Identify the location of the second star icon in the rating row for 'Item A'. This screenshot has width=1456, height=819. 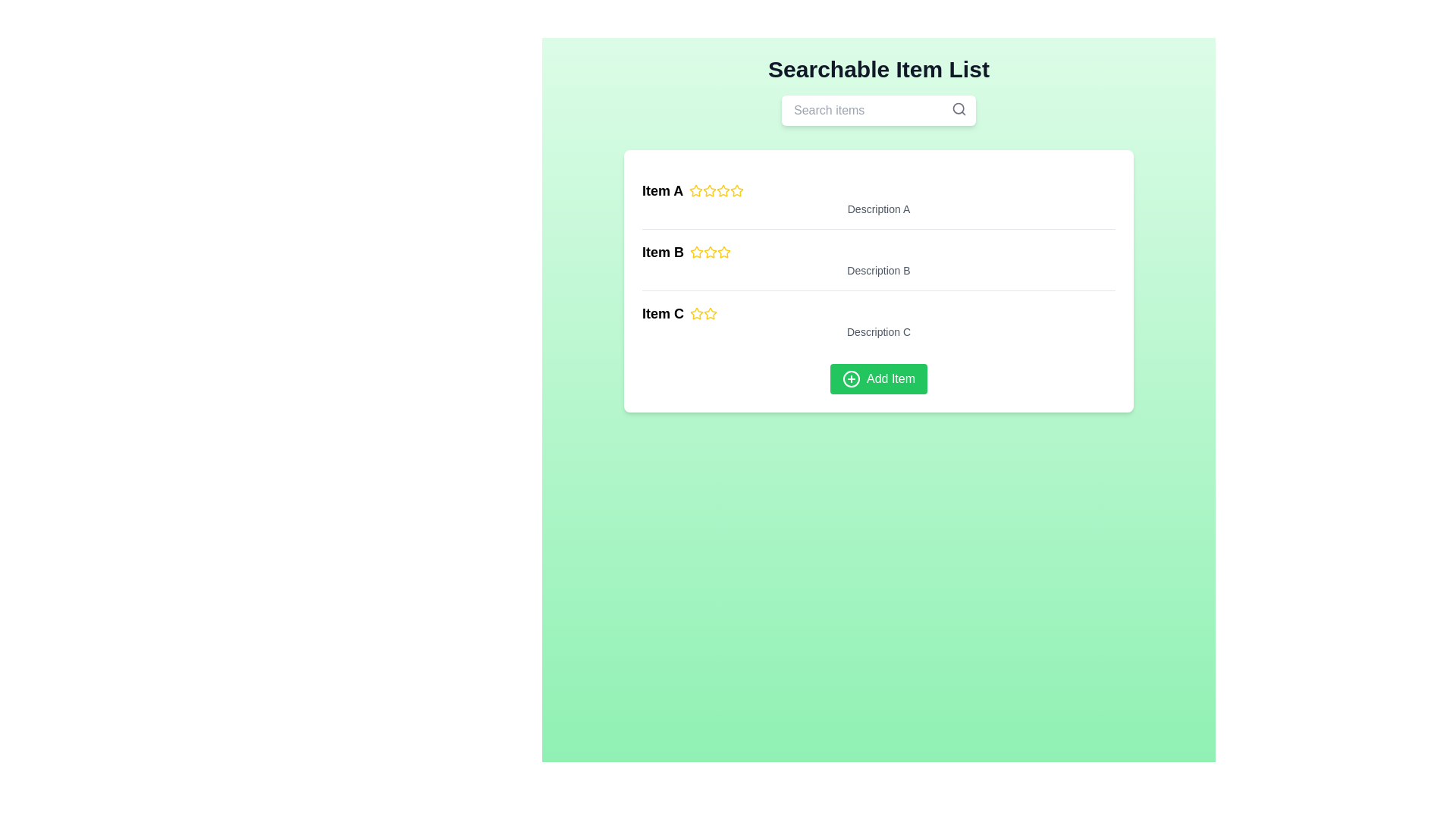
(709, 190).